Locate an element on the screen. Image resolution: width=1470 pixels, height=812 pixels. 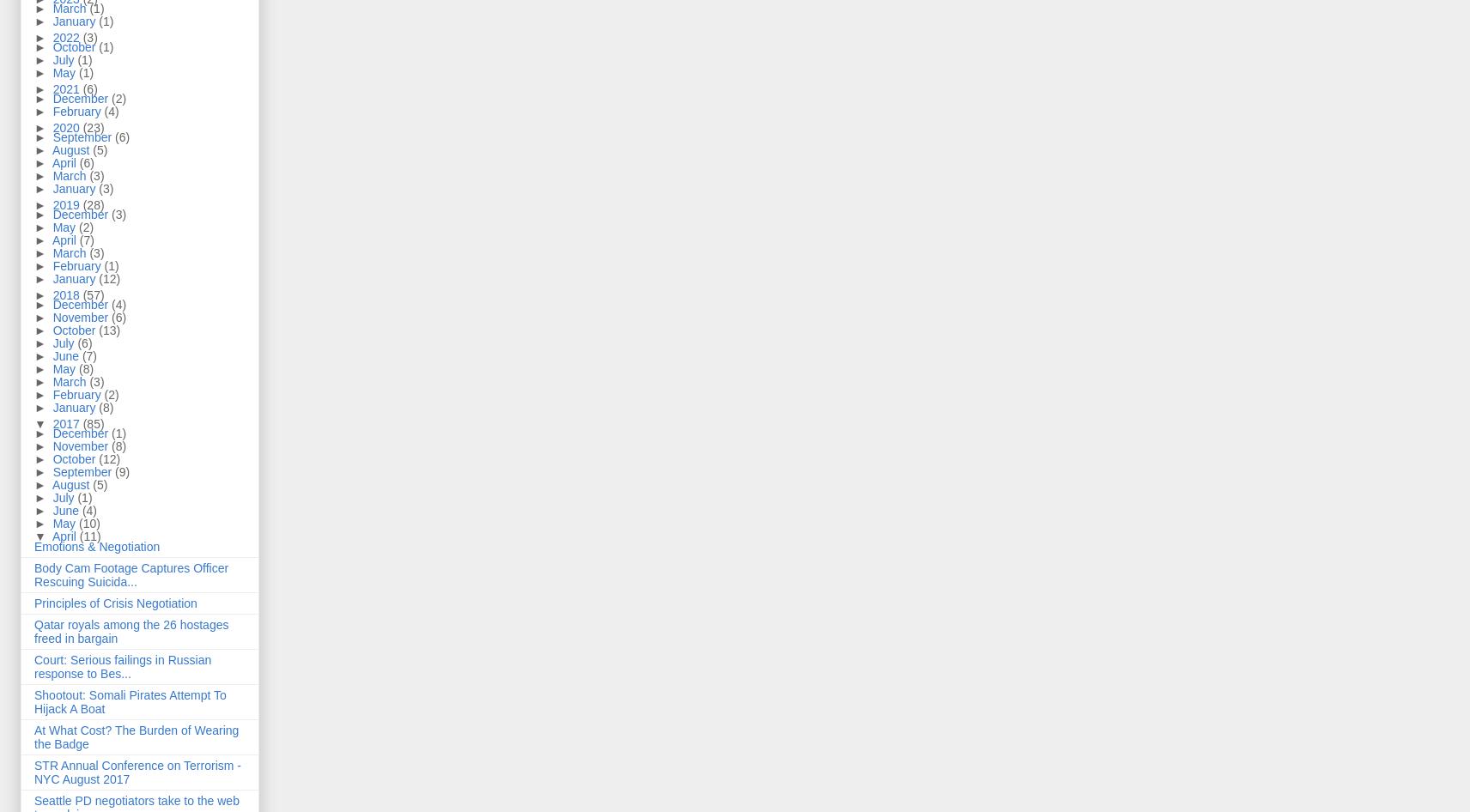
'Court: Serious failings in Russian response to Bes...' is located at coordinates (121, 665).